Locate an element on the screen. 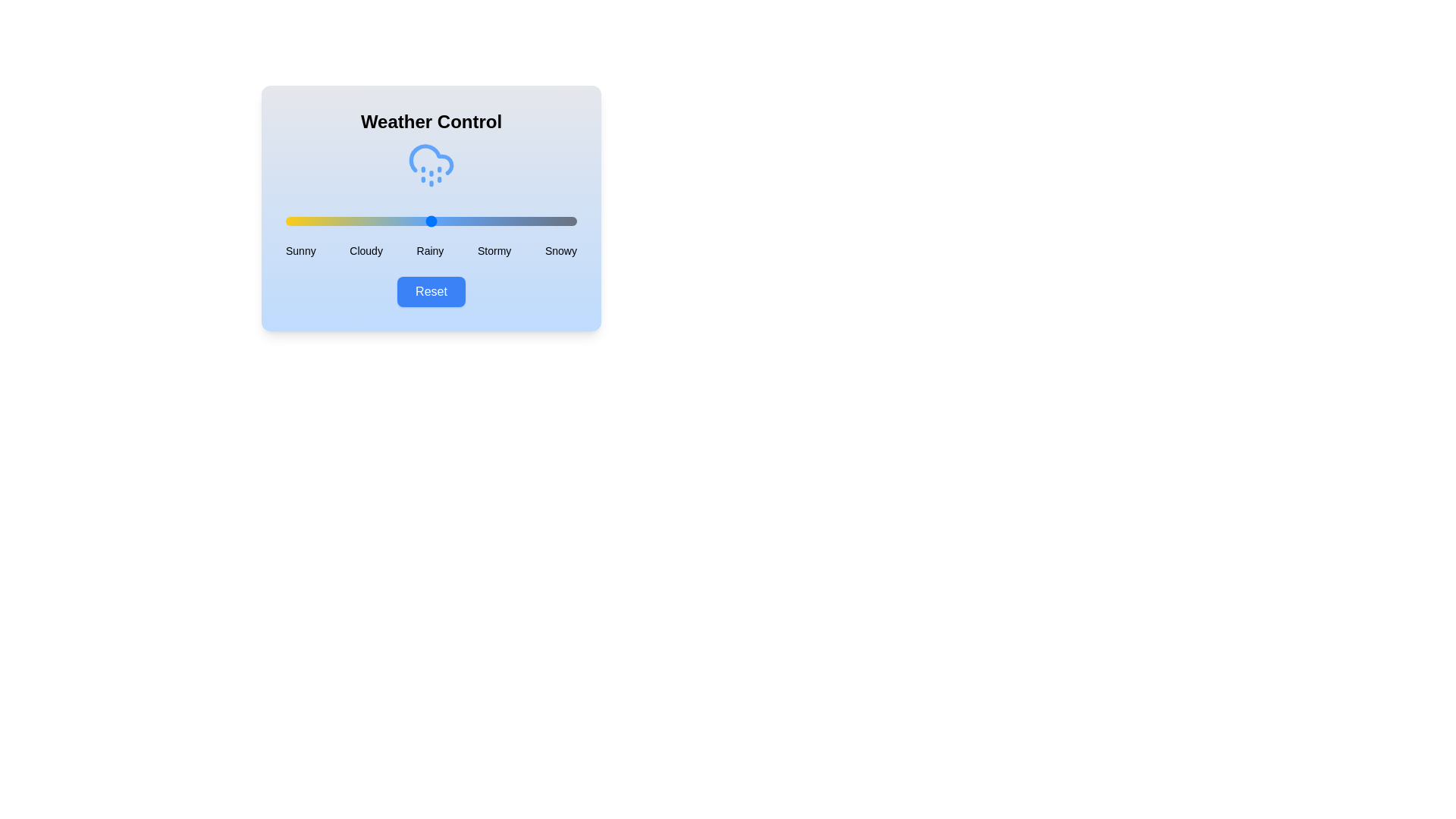  the weather condition slider to 26 is located at coordinates (360, 221).